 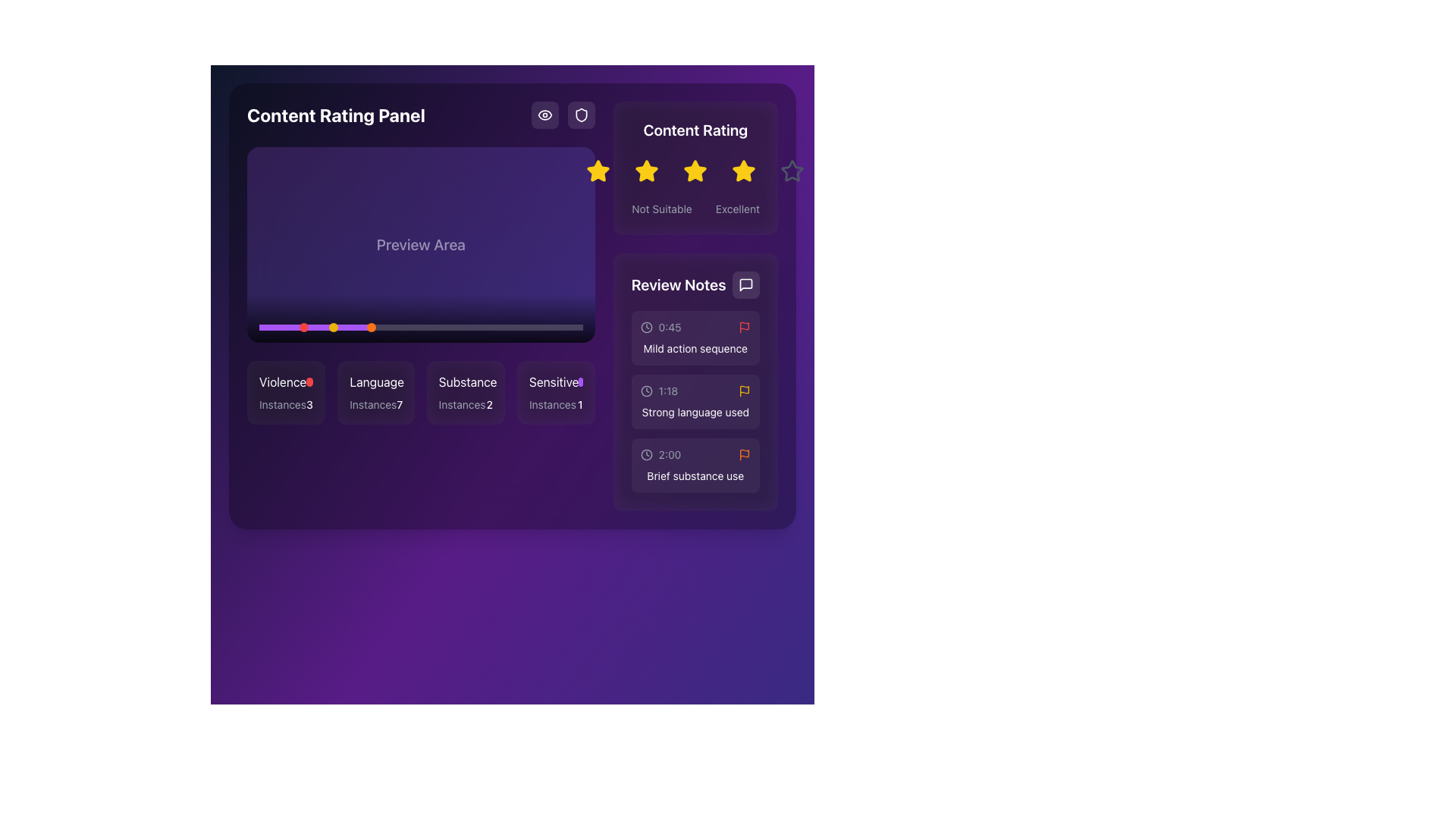 I want to click on the fifth star-shaped icon in the 'Content Rating' section, so click(x=792, y=171).